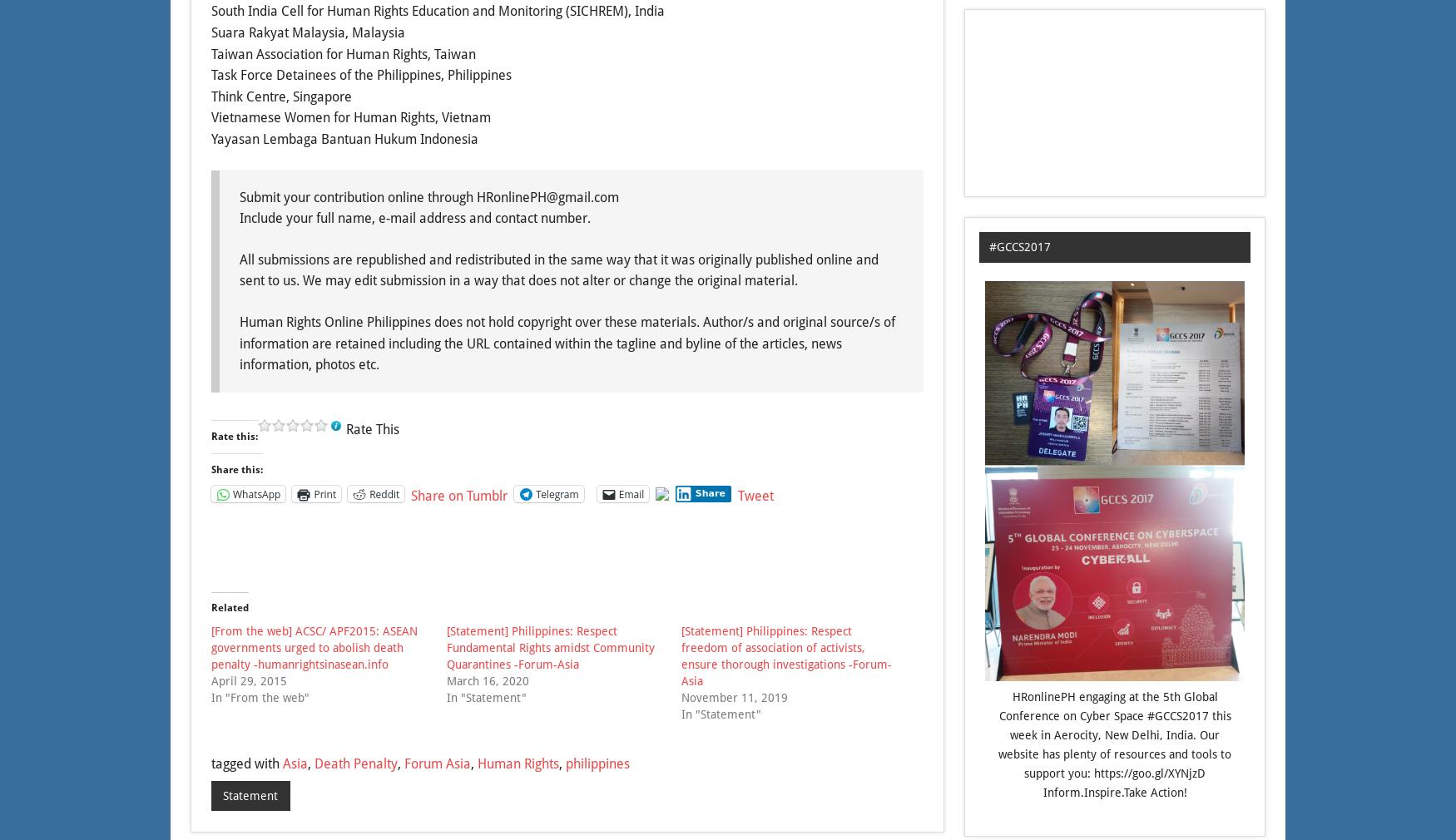 This screenshot has height=840, width=1456. I want to click on 'Submit your contribution online through HRonlinePH@', so click(399, 195).